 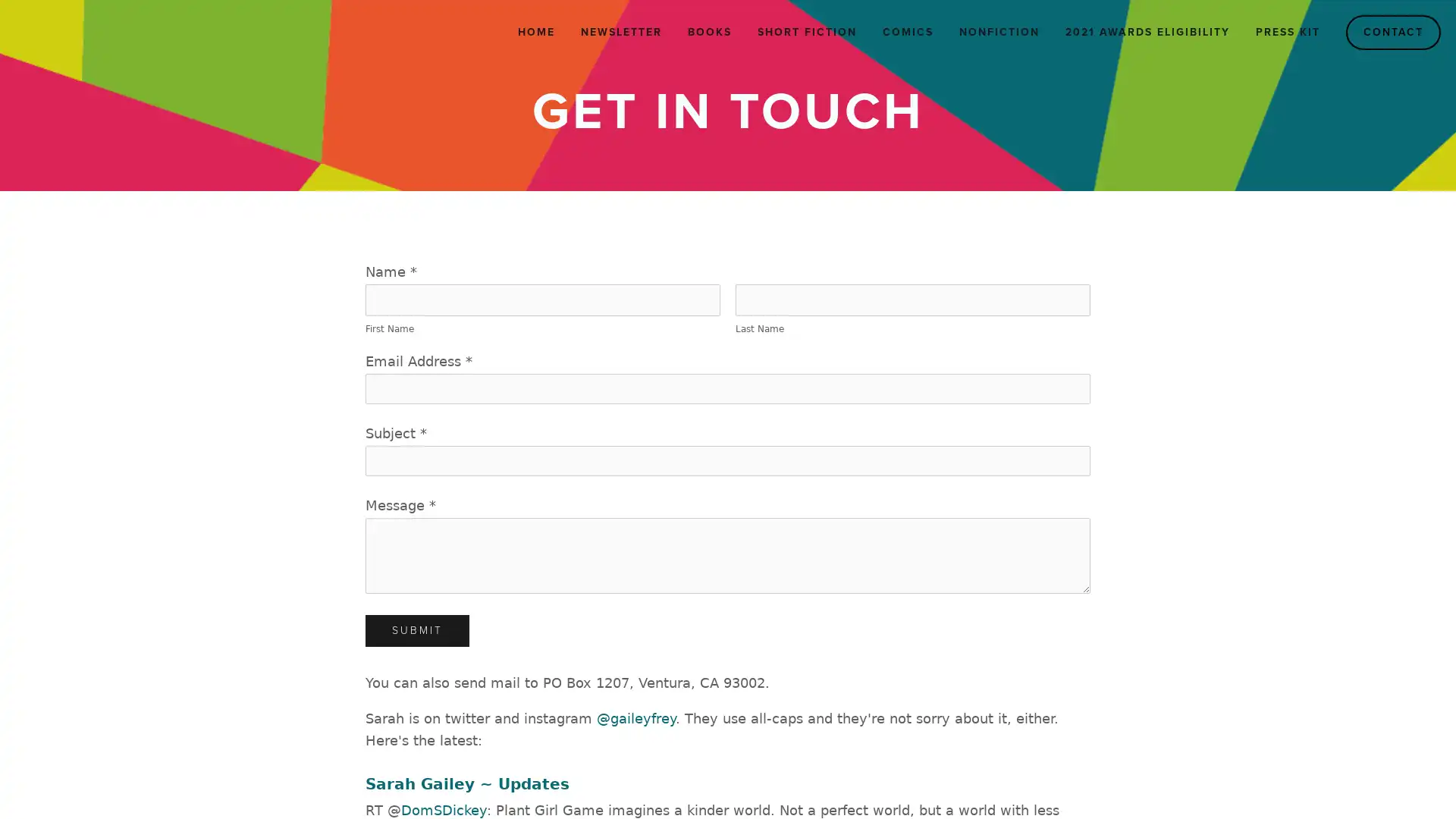 What do you see at coordinates (417, 631) in the screenshot?
I see `Submit` at bounding box center [417, 631].